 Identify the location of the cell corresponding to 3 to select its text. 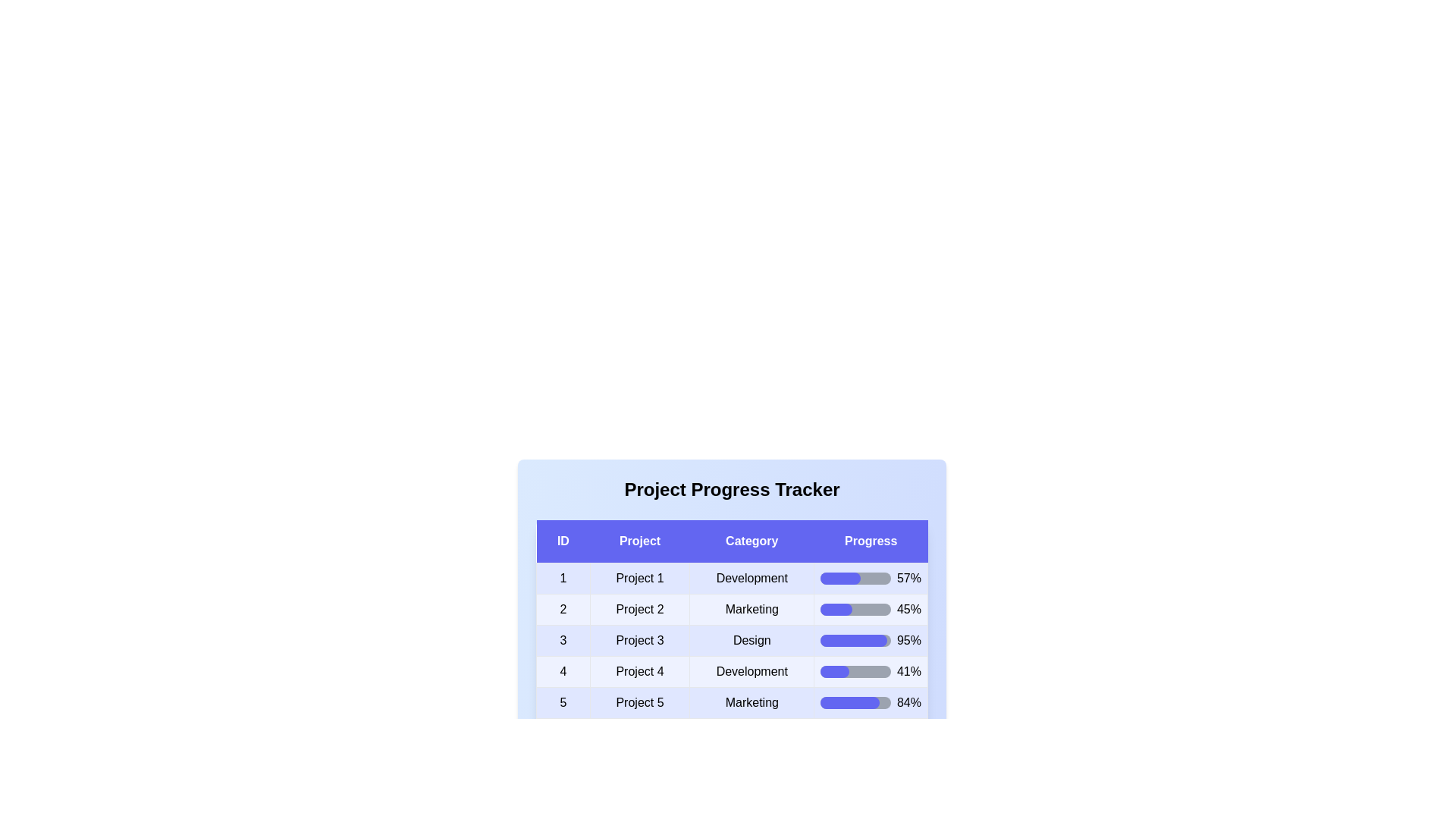
(562, 640).